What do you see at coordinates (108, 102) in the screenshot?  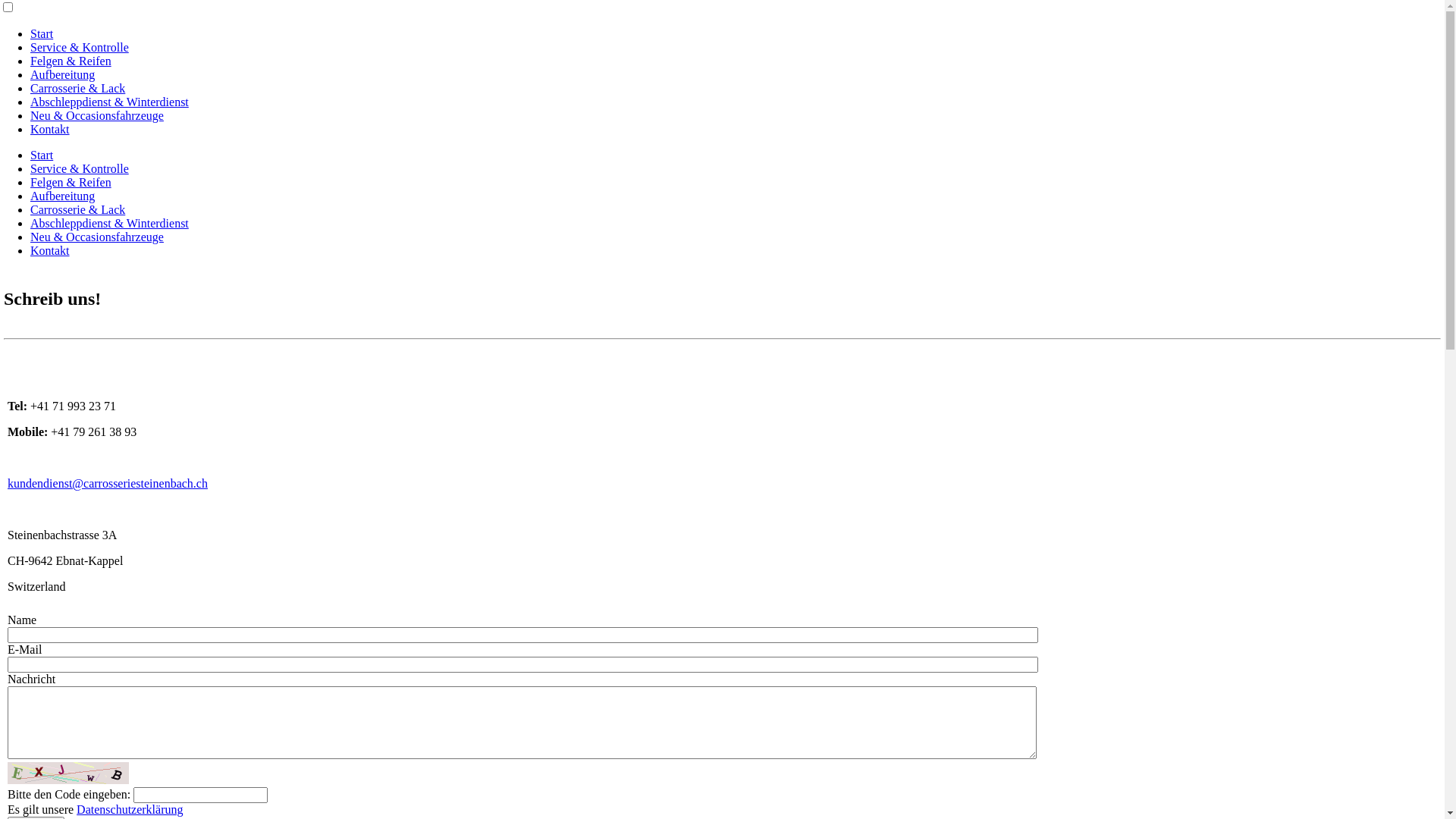 I see `'Abschleppdienst & Winterdienst'` at bounding box center [108, 102].